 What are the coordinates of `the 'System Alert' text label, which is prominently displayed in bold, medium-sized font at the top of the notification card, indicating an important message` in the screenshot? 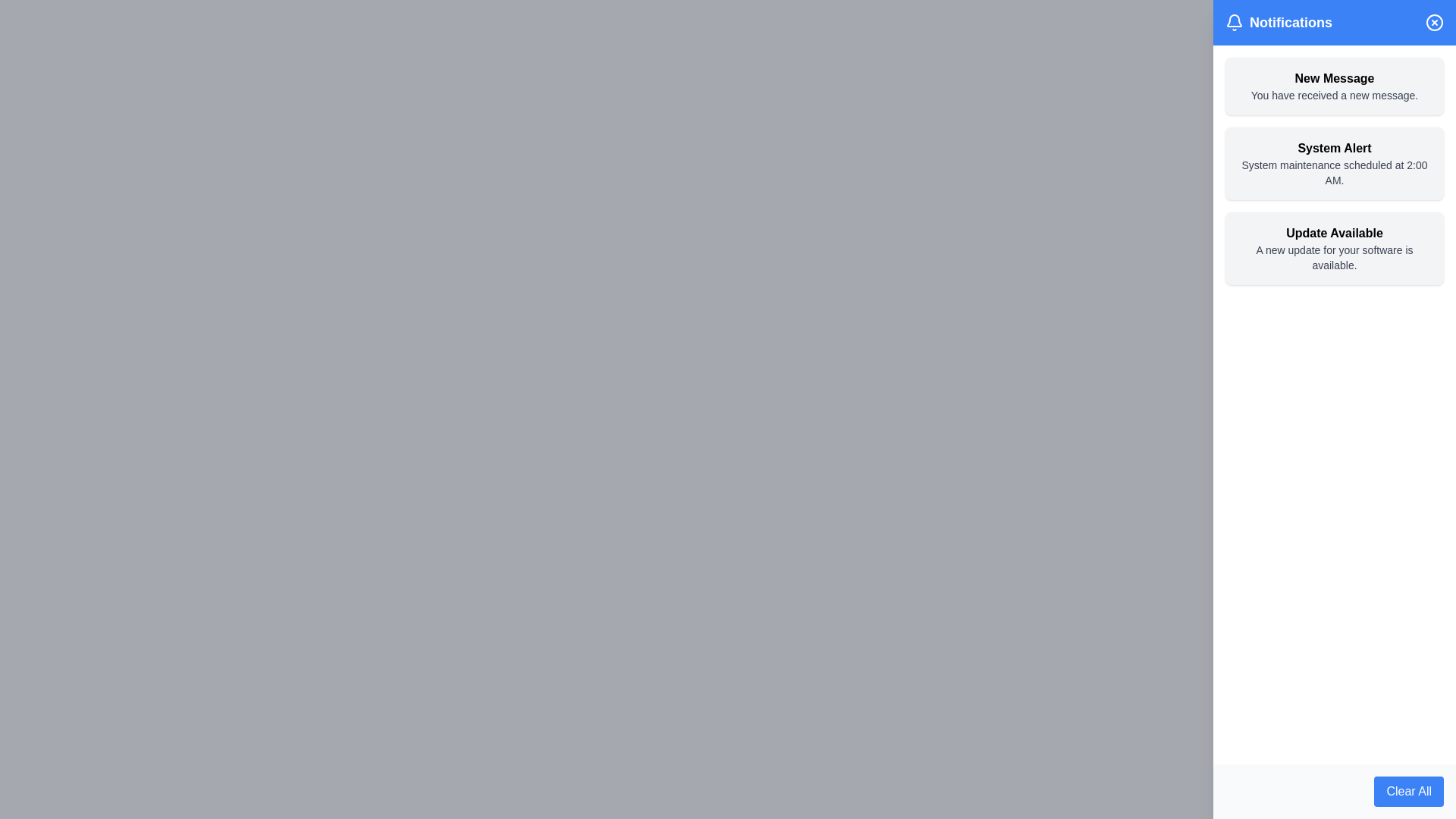 It's located at (1335, 149).